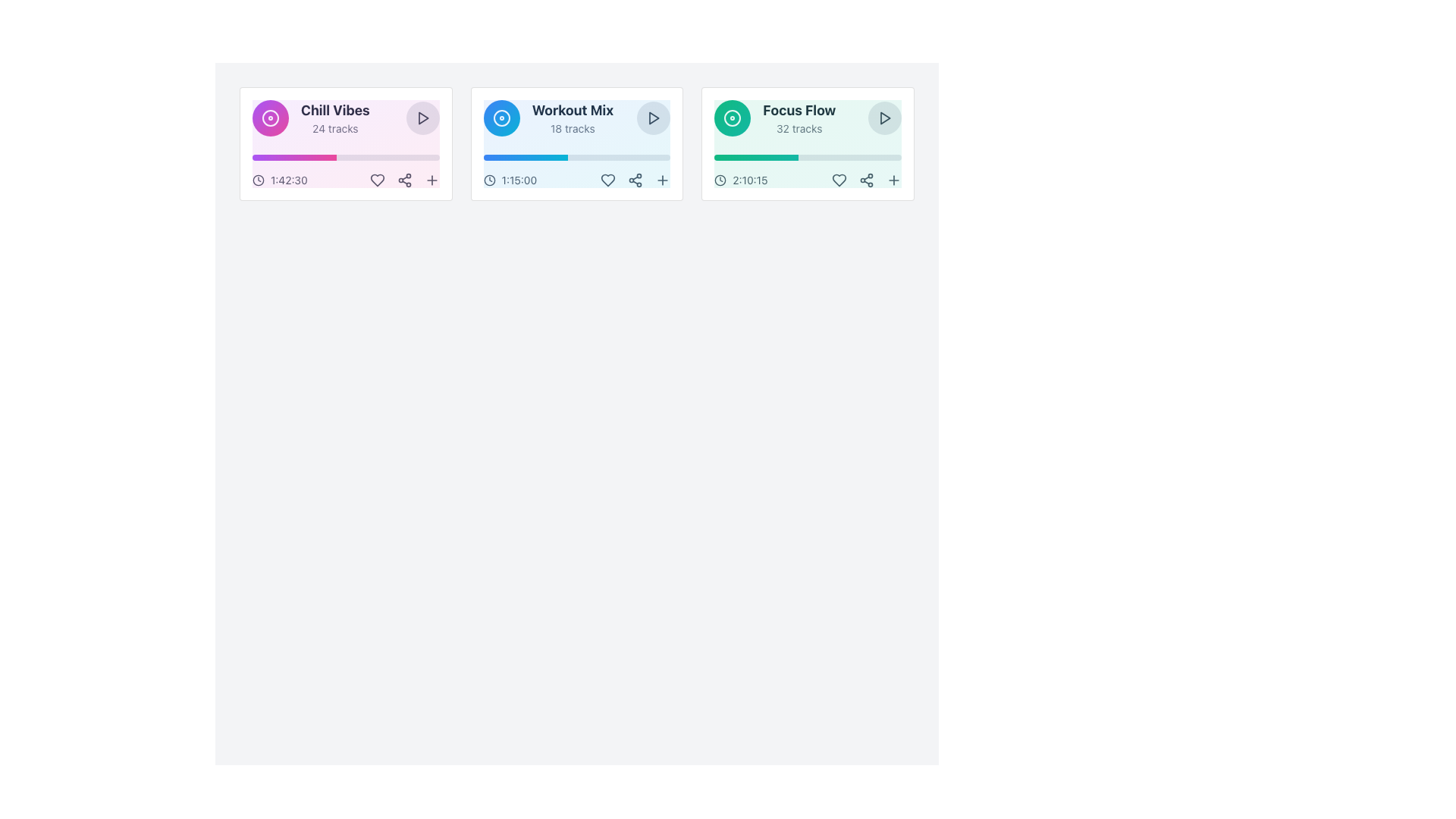  Describe the element at coordinates (519, 180) in the screenshot. I see `the content of the text element displaying the duration '1:15:00', which is aligned horizontally beside a clock icon in the 'Workout Mix' card` at that location.